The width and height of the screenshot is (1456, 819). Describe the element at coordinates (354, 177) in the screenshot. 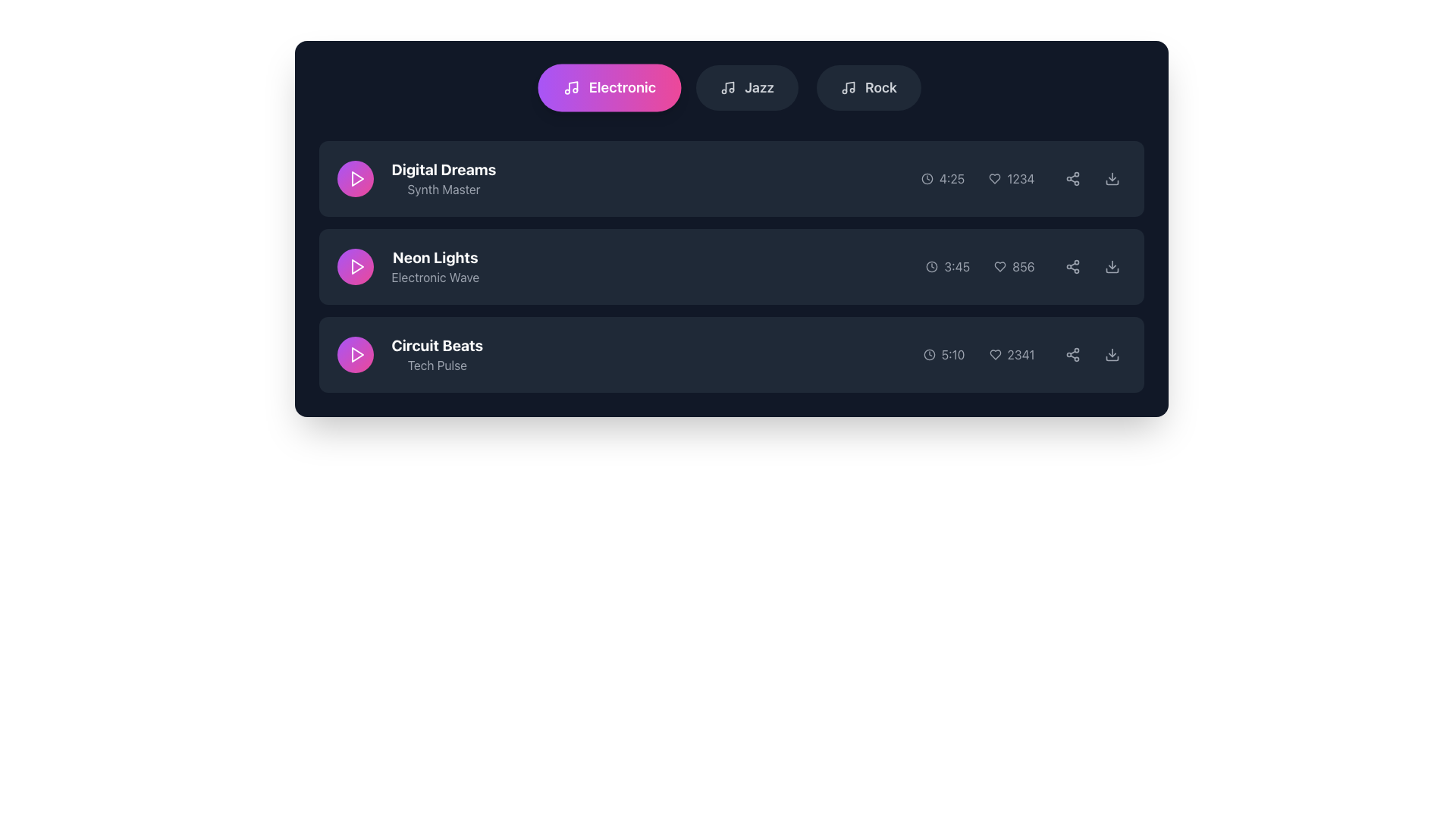

I see `the circular button with a gradient background and a white play icon` at that location.